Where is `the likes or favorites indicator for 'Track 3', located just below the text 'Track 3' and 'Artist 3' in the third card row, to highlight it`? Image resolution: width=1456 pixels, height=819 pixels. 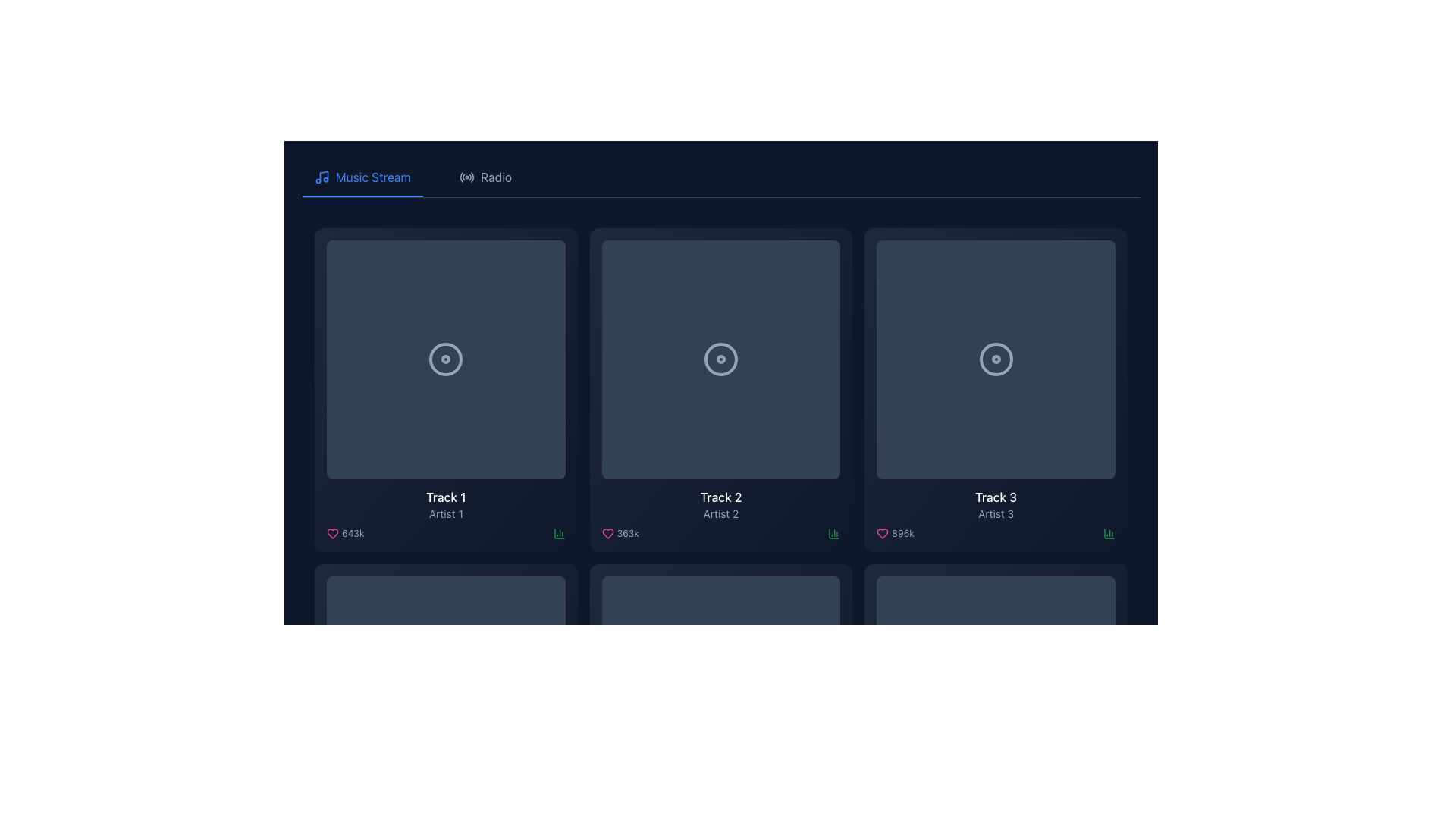
the likes or favorites indicator for 'Track 3', located just below the text 'Track 3' and 'Artist 3' in the third card row, to highlight it is located at coordinates (895, 532).